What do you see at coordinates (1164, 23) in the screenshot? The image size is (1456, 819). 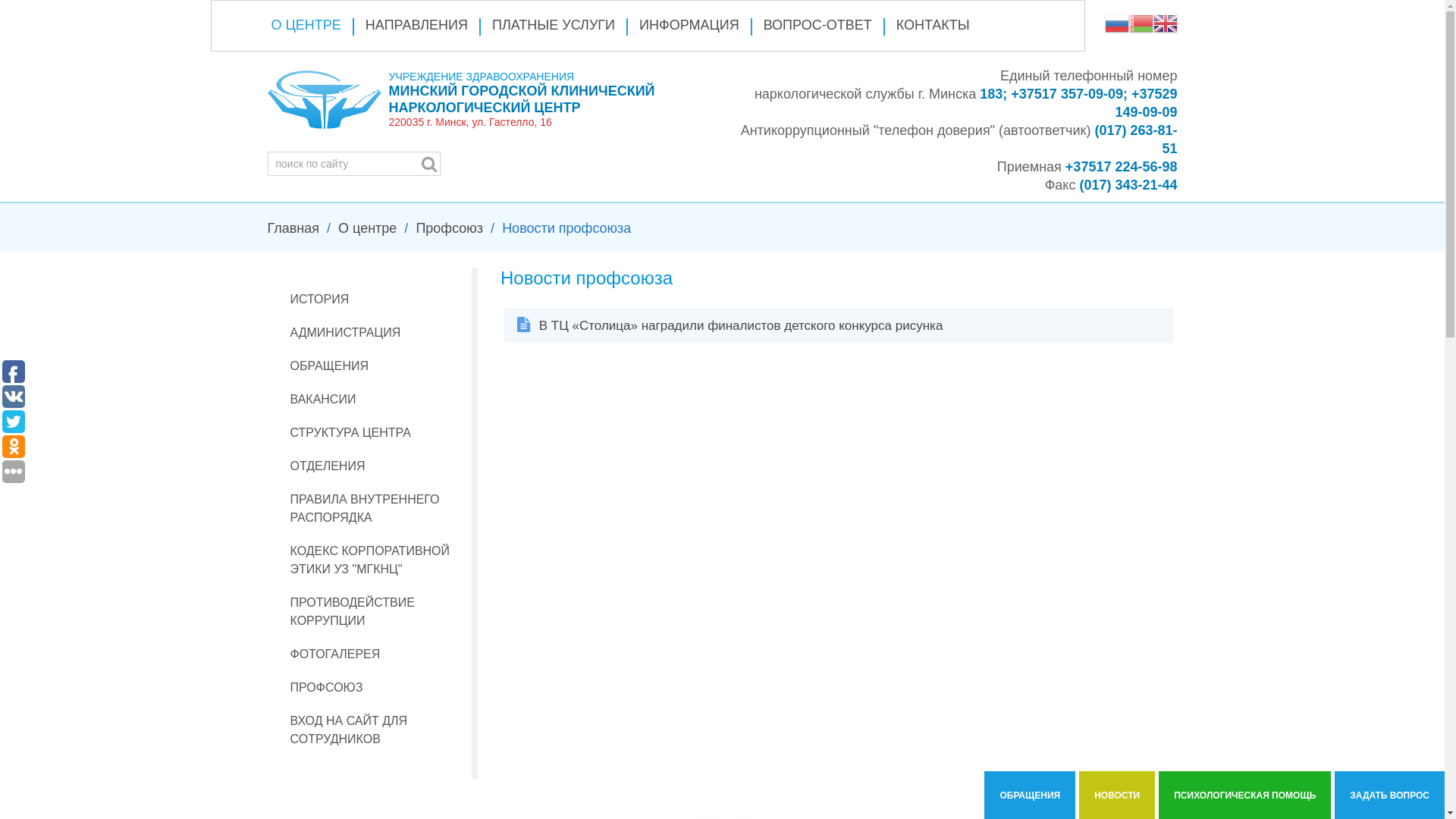 I see `'English'` at bounding box center [1164, 23].